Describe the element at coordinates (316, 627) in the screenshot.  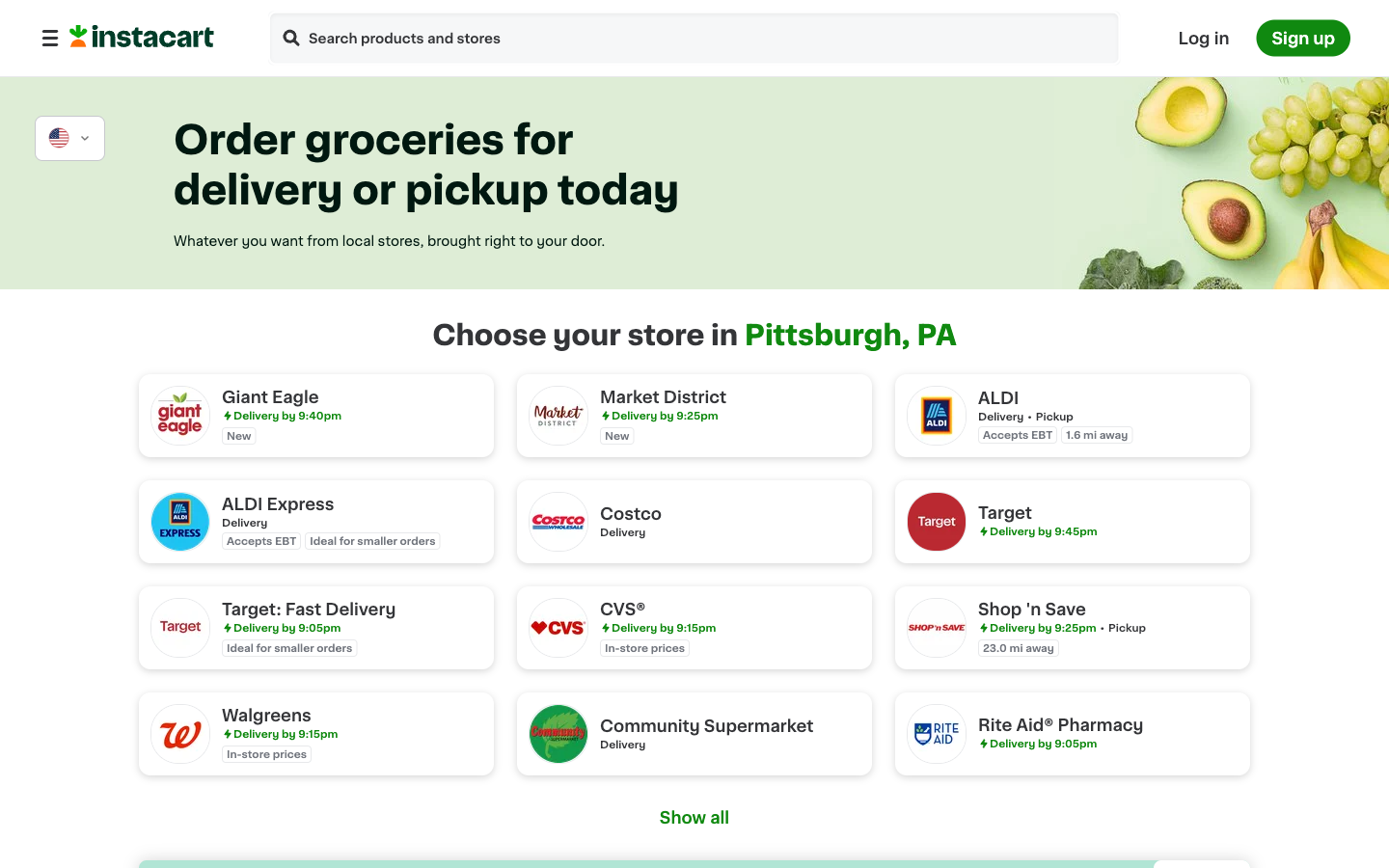
I see `Get fast delivery from Target Store` at that location.